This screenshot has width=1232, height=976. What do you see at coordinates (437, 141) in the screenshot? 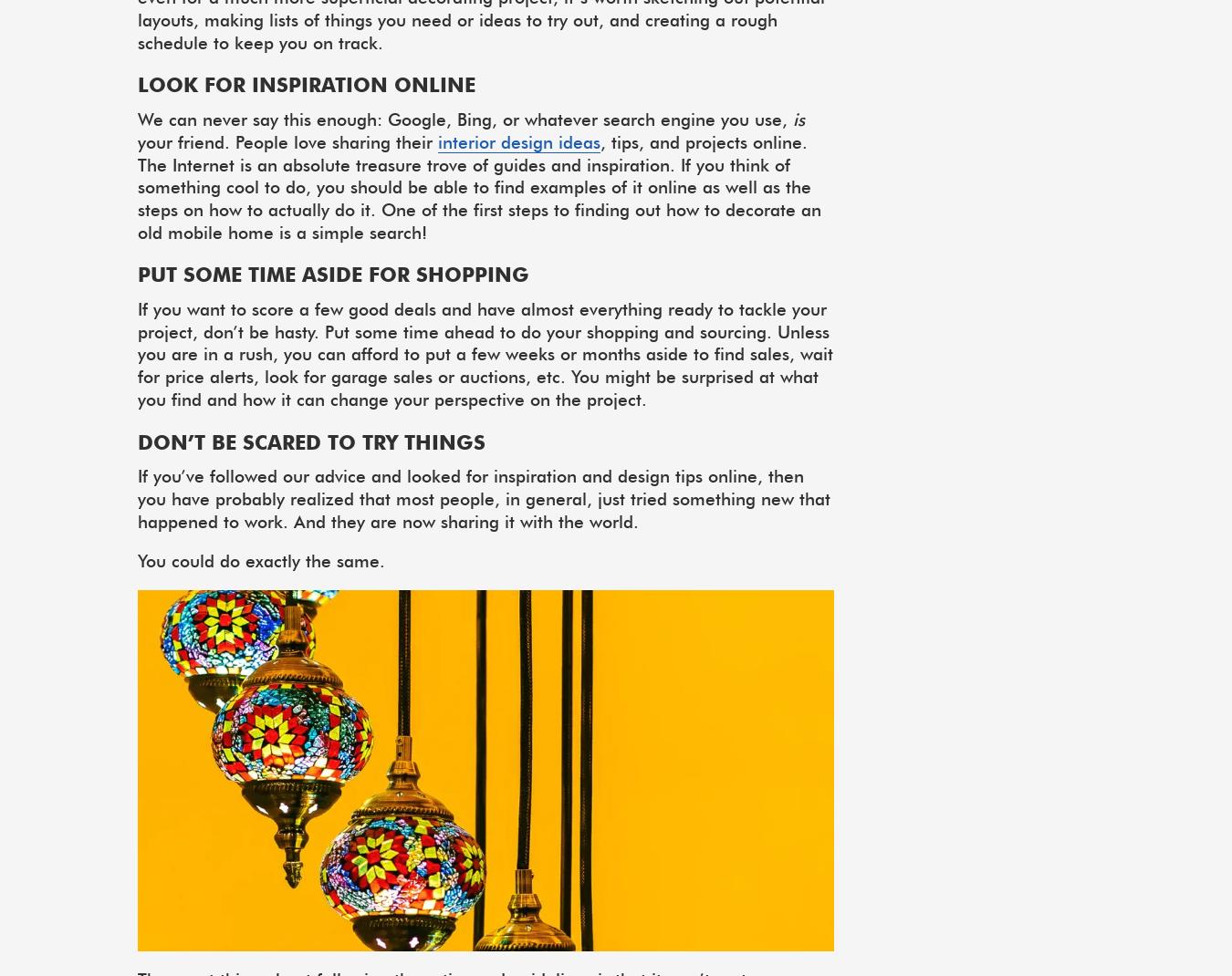
I see `'interior design ideas'` at bounding box center [437, 141].